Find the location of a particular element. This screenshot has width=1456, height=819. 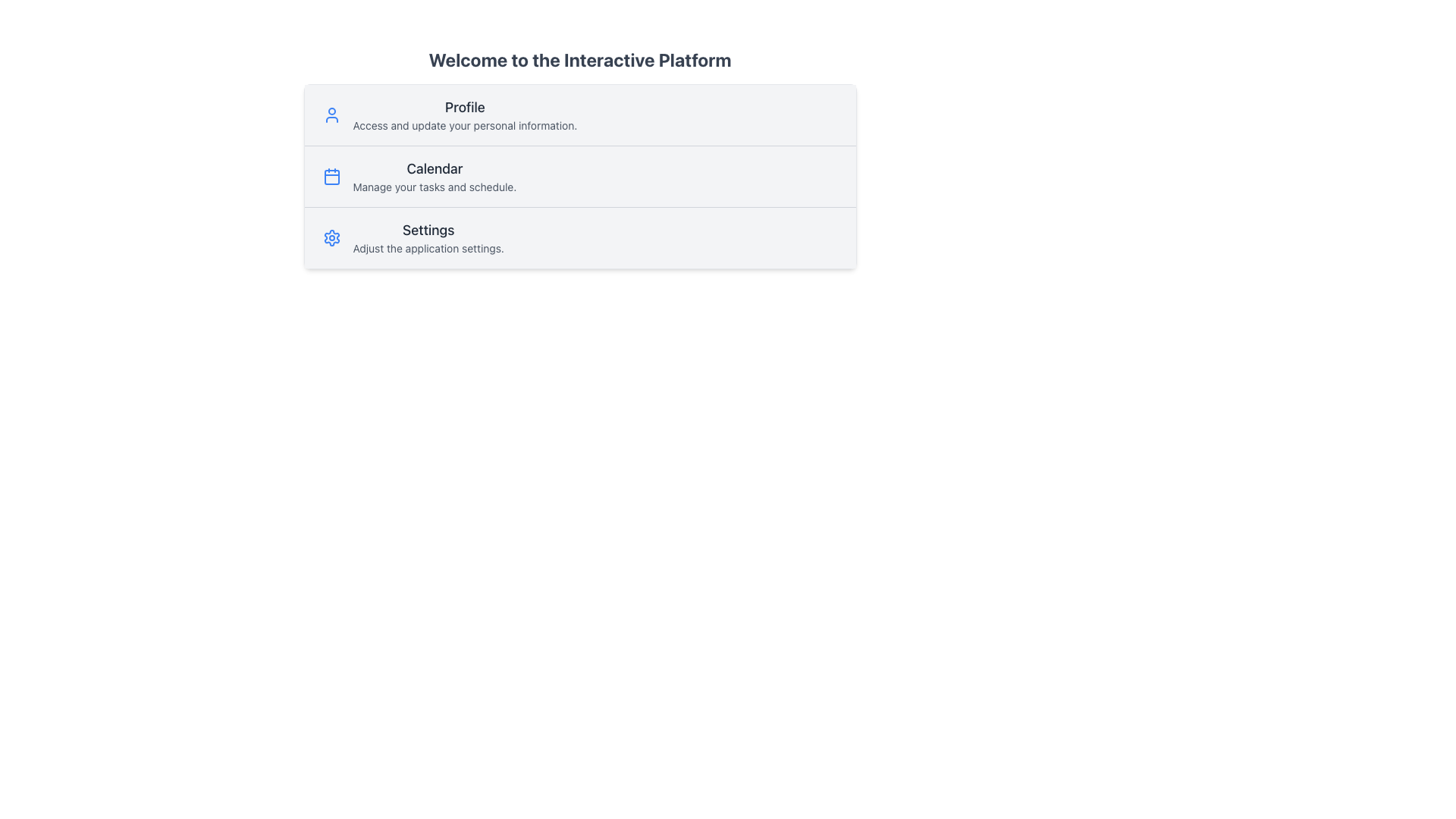

the informational panel or navigation link located centrally below the 'Profile' section is located at coordinates (579, 158).